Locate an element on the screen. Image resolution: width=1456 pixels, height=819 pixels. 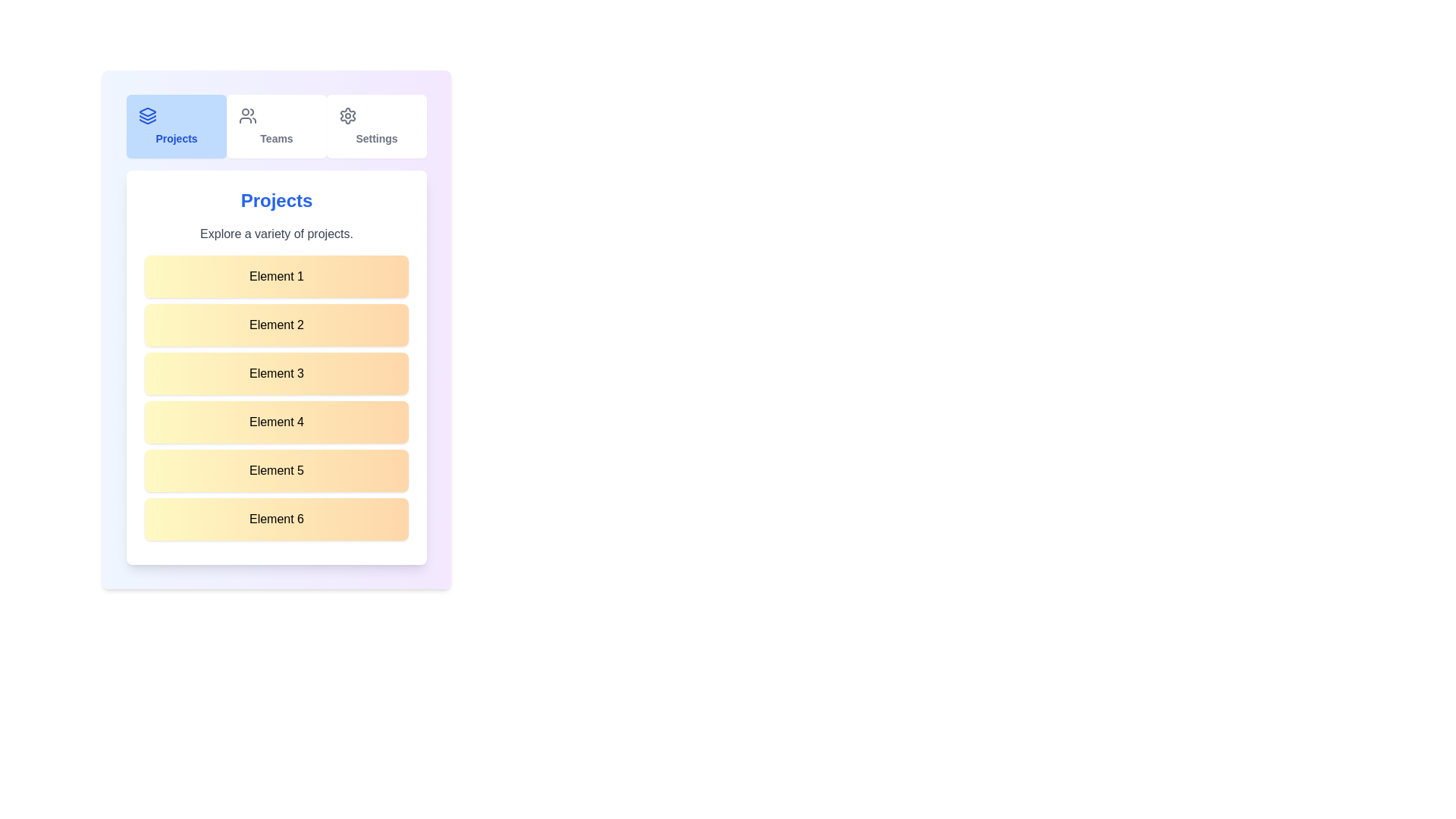
the list item labeled 'Element 1' is located at coordinates (276, 277).